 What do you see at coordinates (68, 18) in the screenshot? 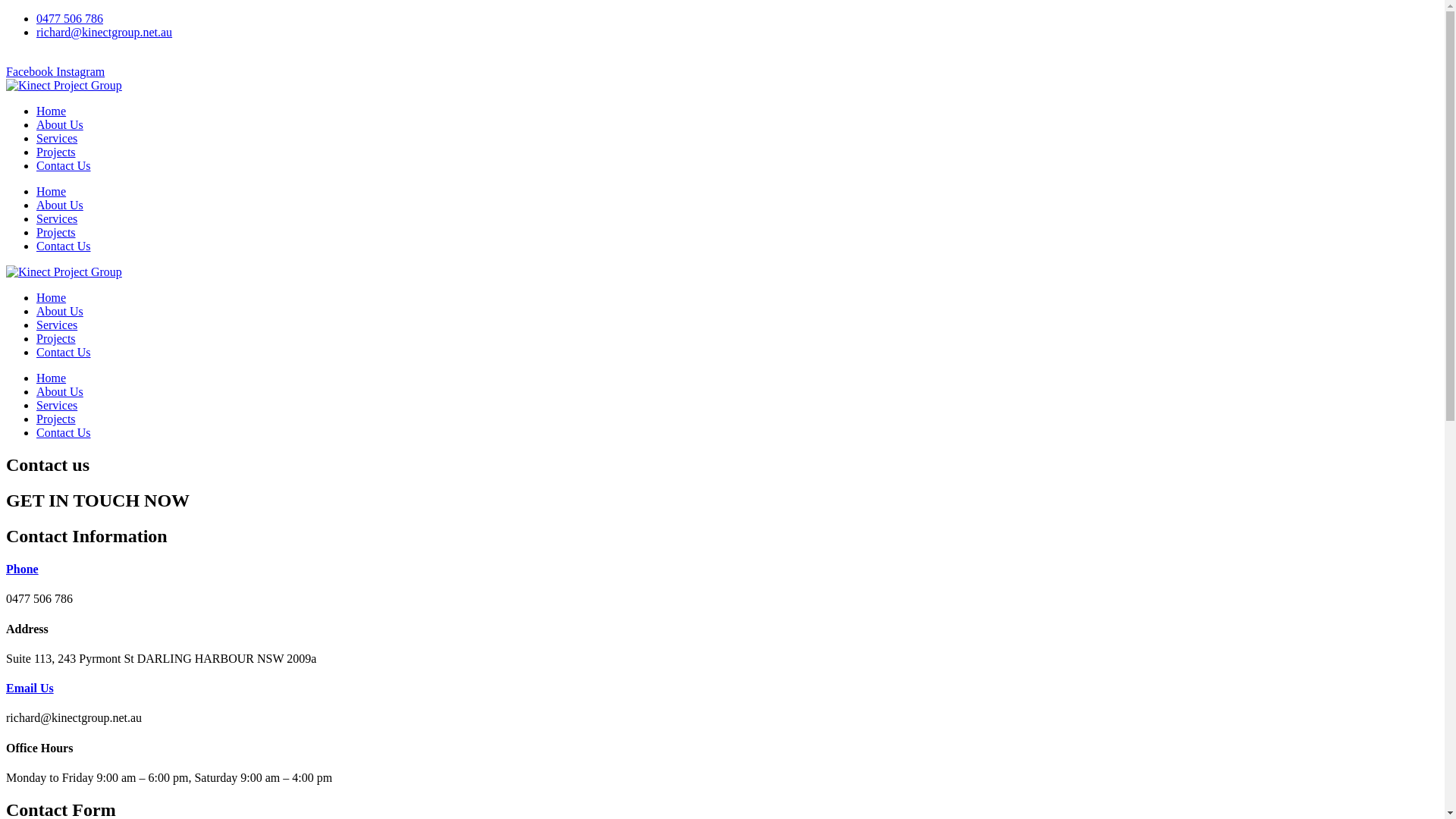
I see `'0477 506 786'` at bounding box center [68, 18].